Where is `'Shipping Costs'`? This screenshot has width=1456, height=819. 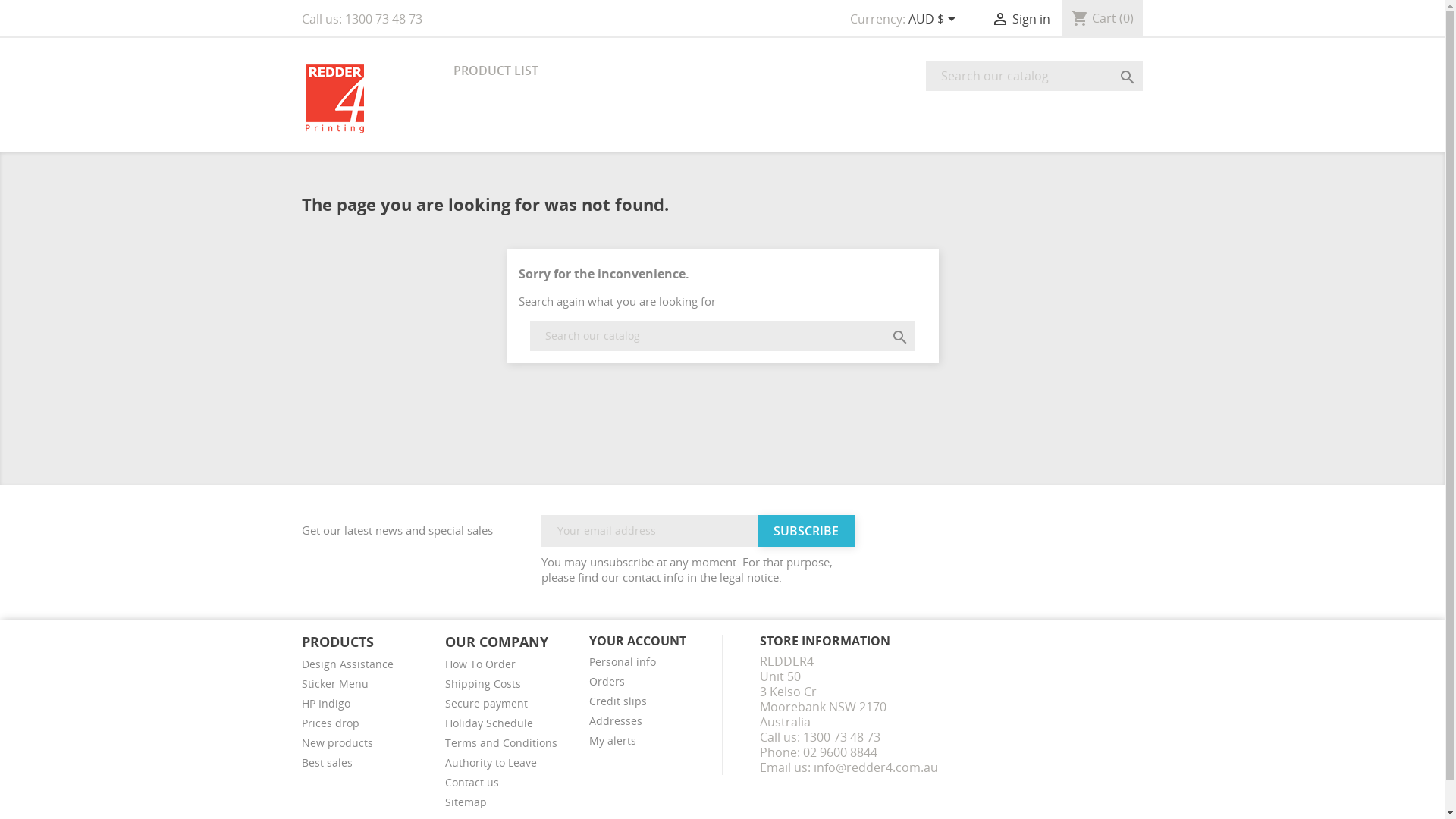 'Shipping Costs' is located at coordinates (482, 683).